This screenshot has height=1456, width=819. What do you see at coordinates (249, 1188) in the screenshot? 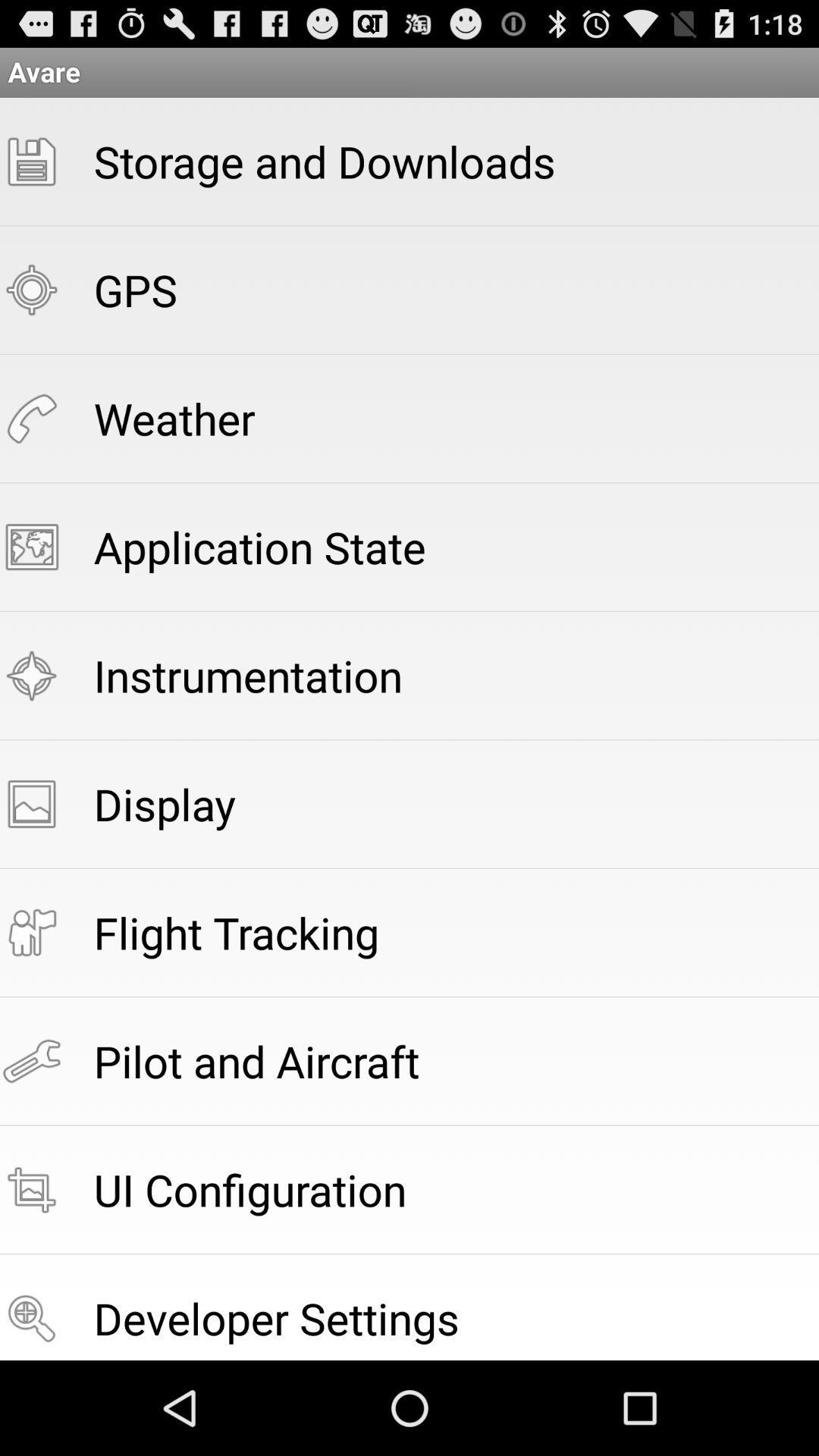
I see `item above developer settings icon` at bounding box center [249, 1188].